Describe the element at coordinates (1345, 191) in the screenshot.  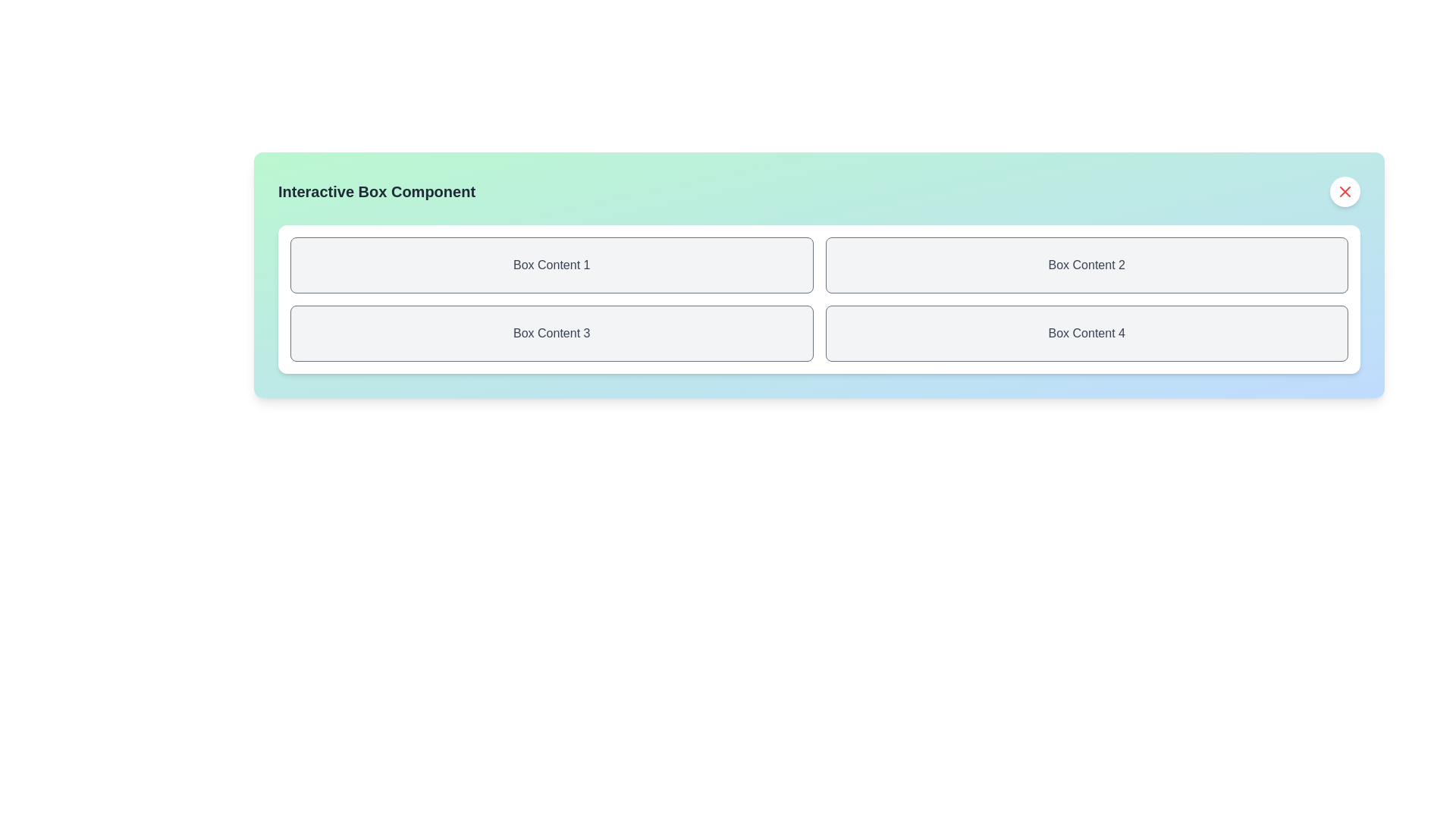
I see `the red cross icon button with a rounded white background located in the upper-right corner of the 'Interactive Box Component'` at that location.